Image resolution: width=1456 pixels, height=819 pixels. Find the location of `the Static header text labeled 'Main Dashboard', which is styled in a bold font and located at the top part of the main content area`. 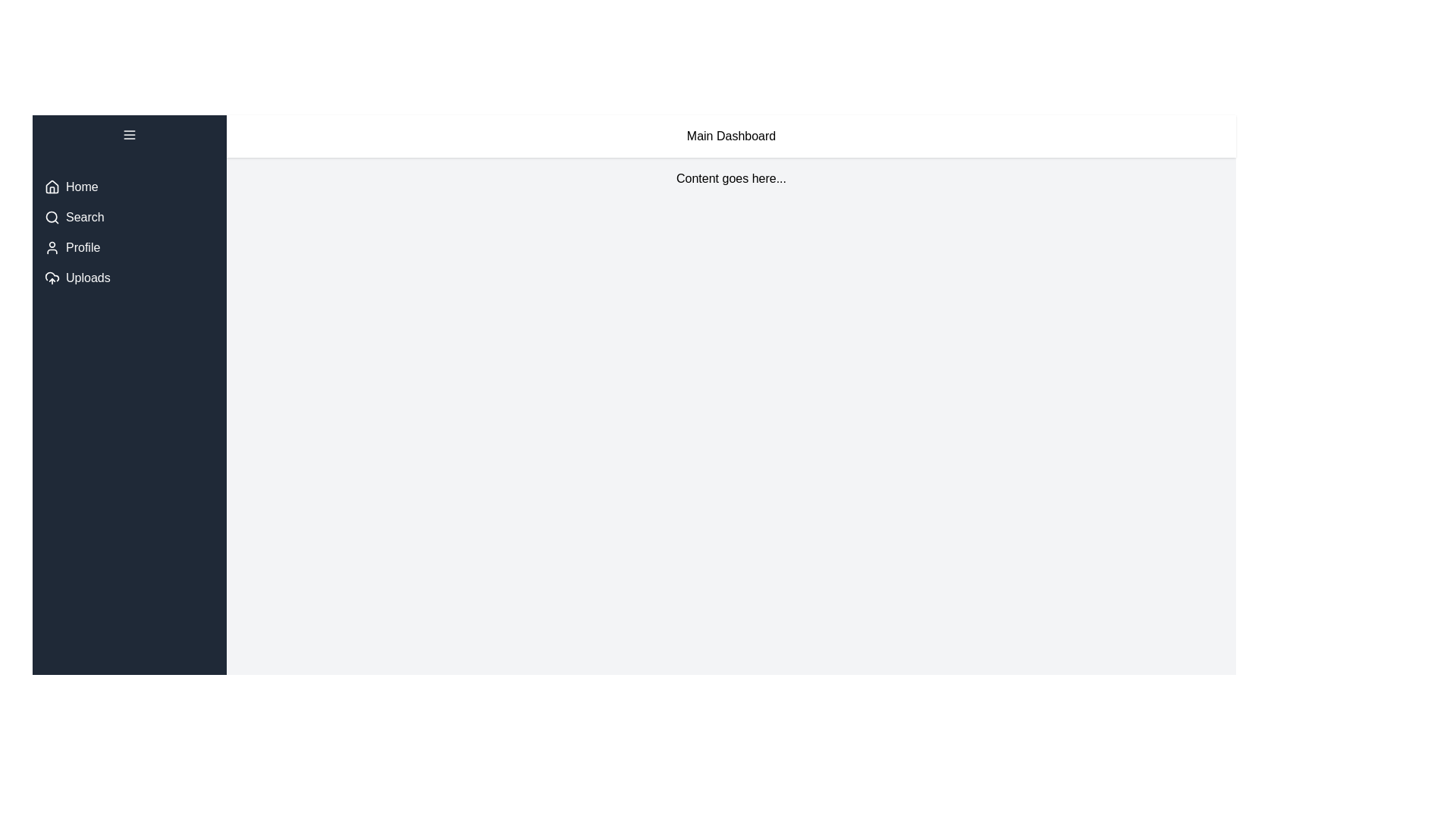

the Static header text labeled 'Main Dashboard', which is styled in a bold font and located at the top part of the main content area is located at coordinates (731, 136).